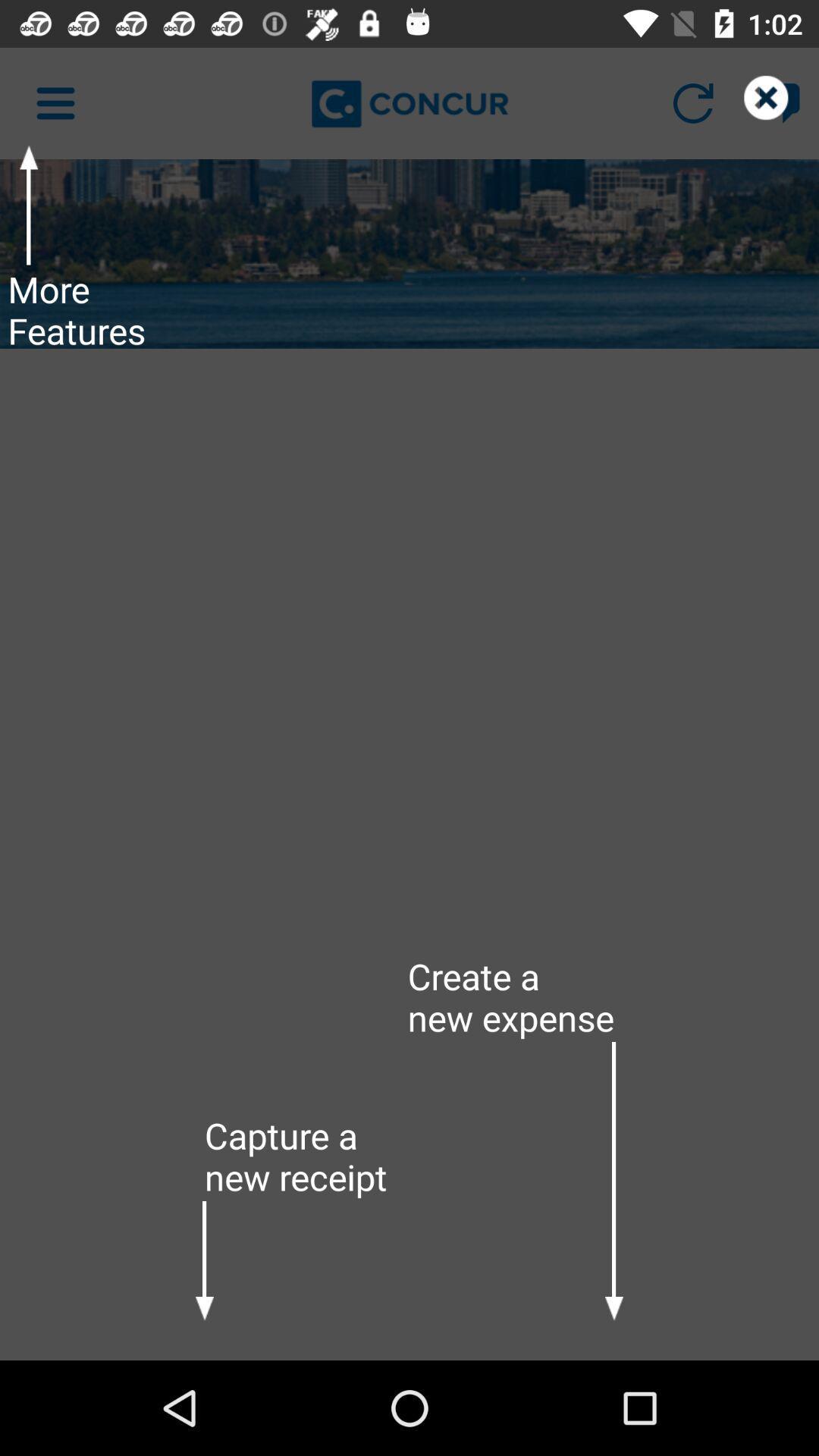 This screenshot has height=1456, width=819. I want to click on x which is on the top left corner, so click(780, 102).